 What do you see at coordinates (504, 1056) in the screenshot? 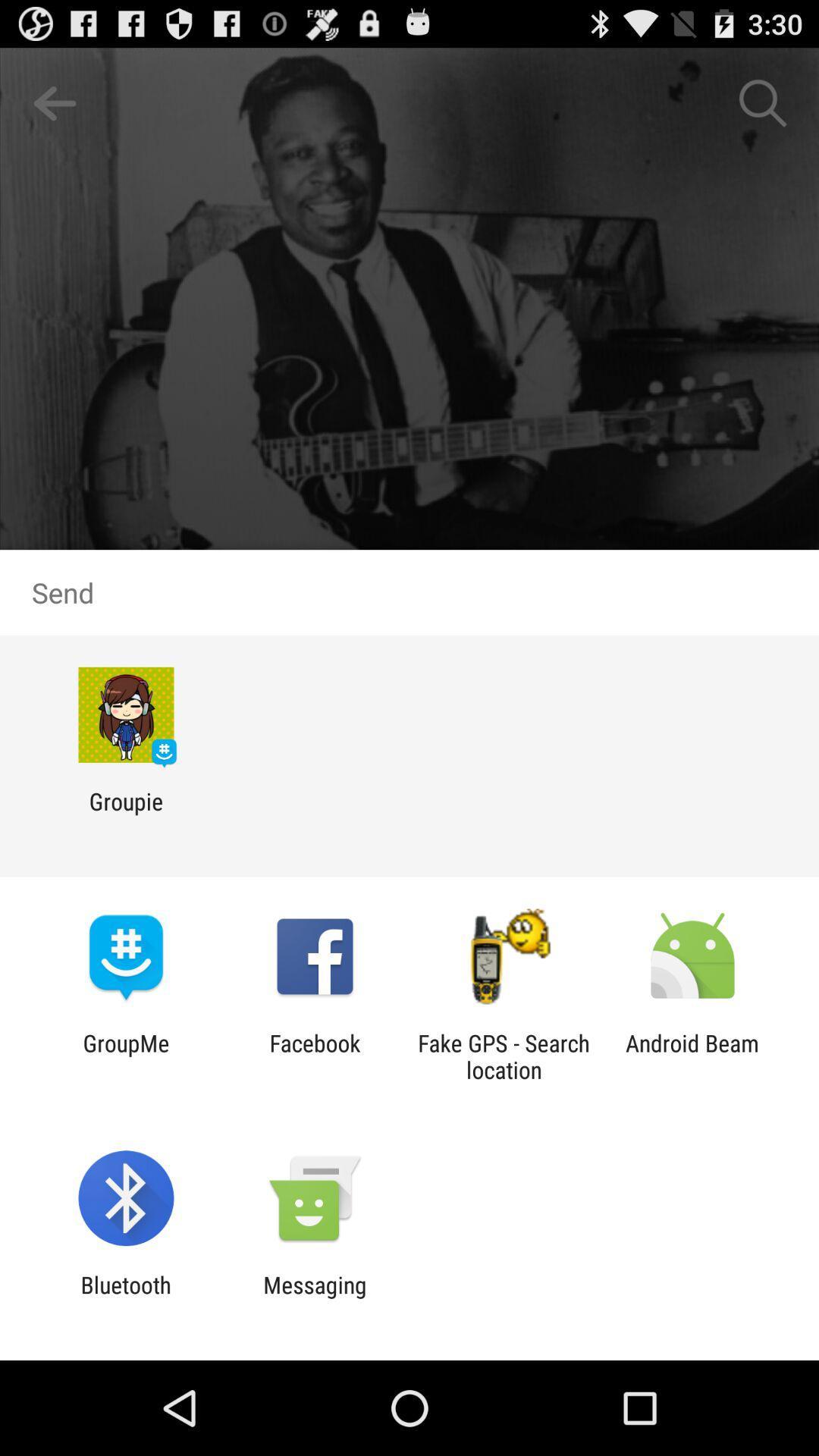
I see `fake gps search app` at bounding box center [504, 1056].